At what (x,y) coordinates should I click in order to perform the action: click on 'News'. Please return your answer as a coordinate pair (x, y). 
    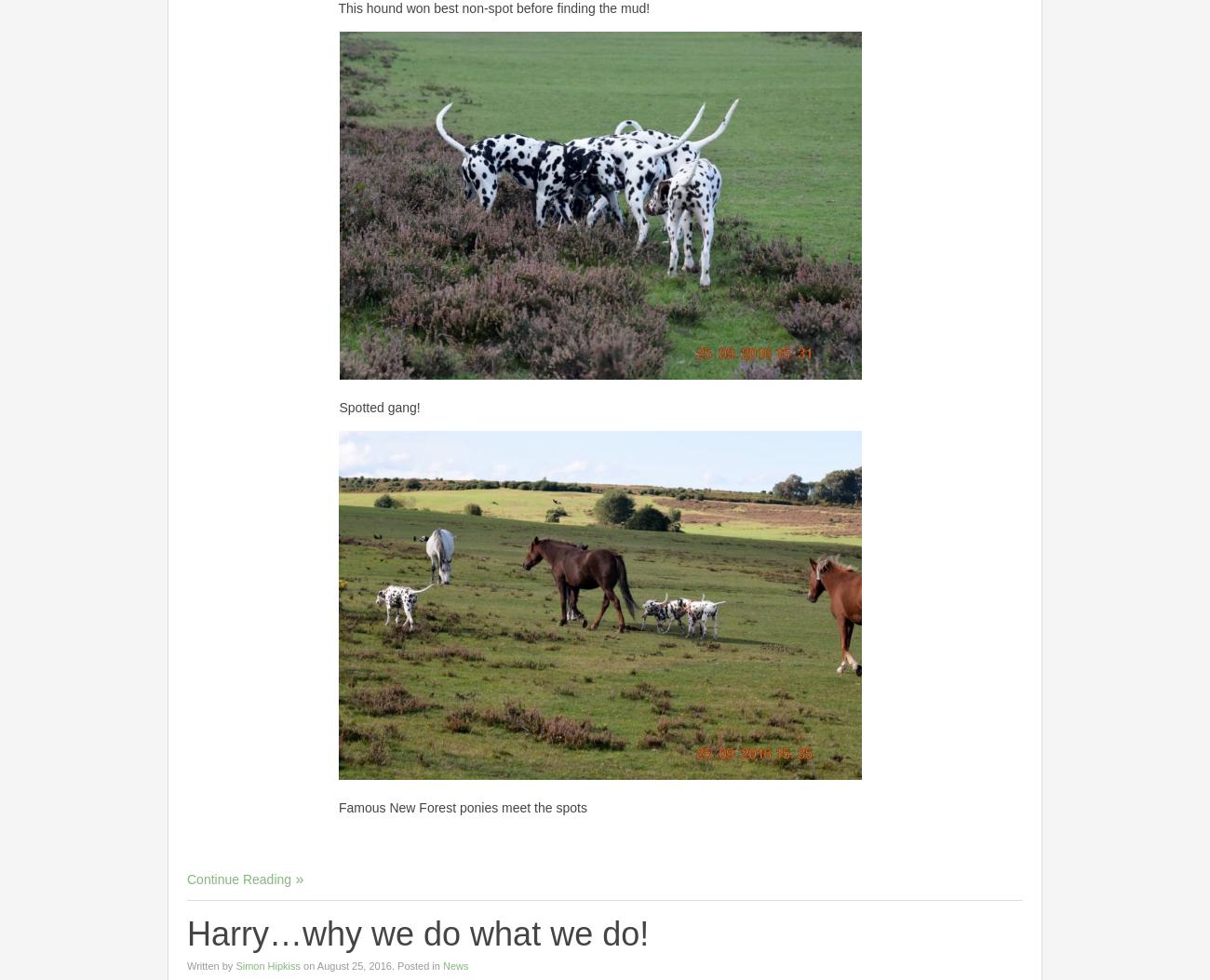
    Looking at the image, I should click on (455, 963).